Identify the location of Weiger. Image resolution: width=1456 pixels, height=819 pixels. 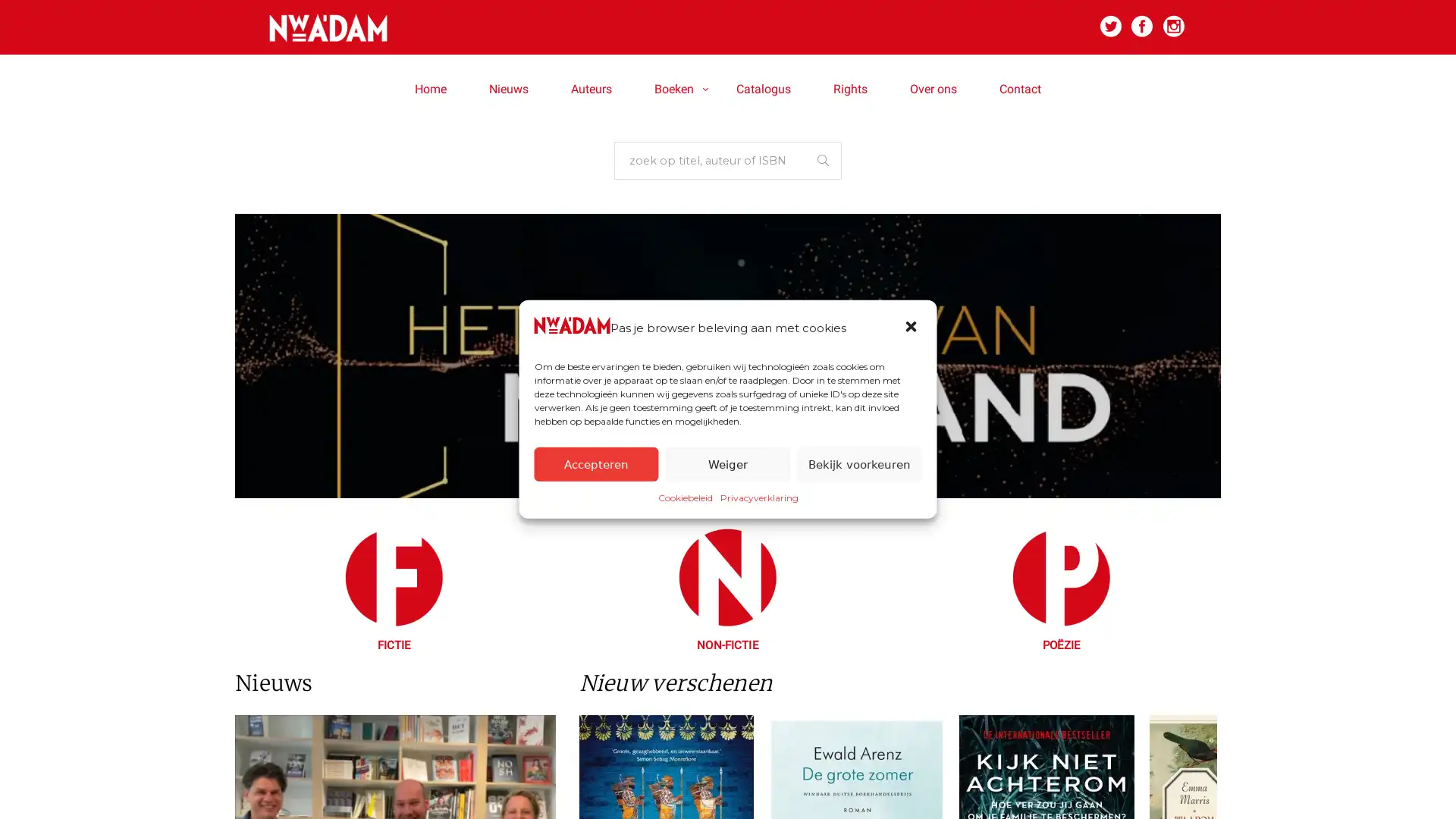
(726, 463).